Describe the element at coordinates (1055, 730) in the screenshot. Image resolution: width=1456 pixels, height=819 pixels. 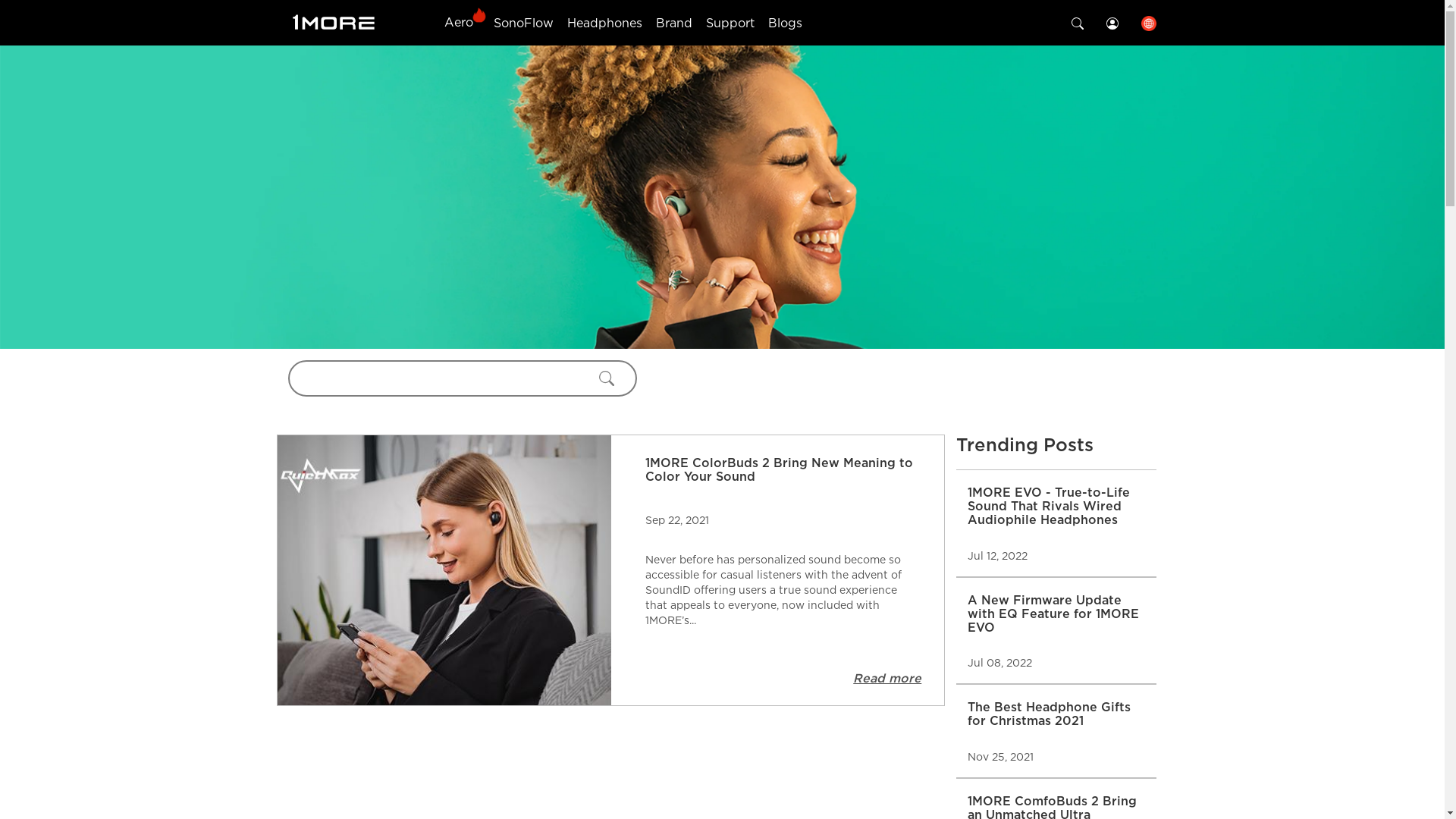
I see `'The Best Headphone Gifts for Christmas 2021` at that location.